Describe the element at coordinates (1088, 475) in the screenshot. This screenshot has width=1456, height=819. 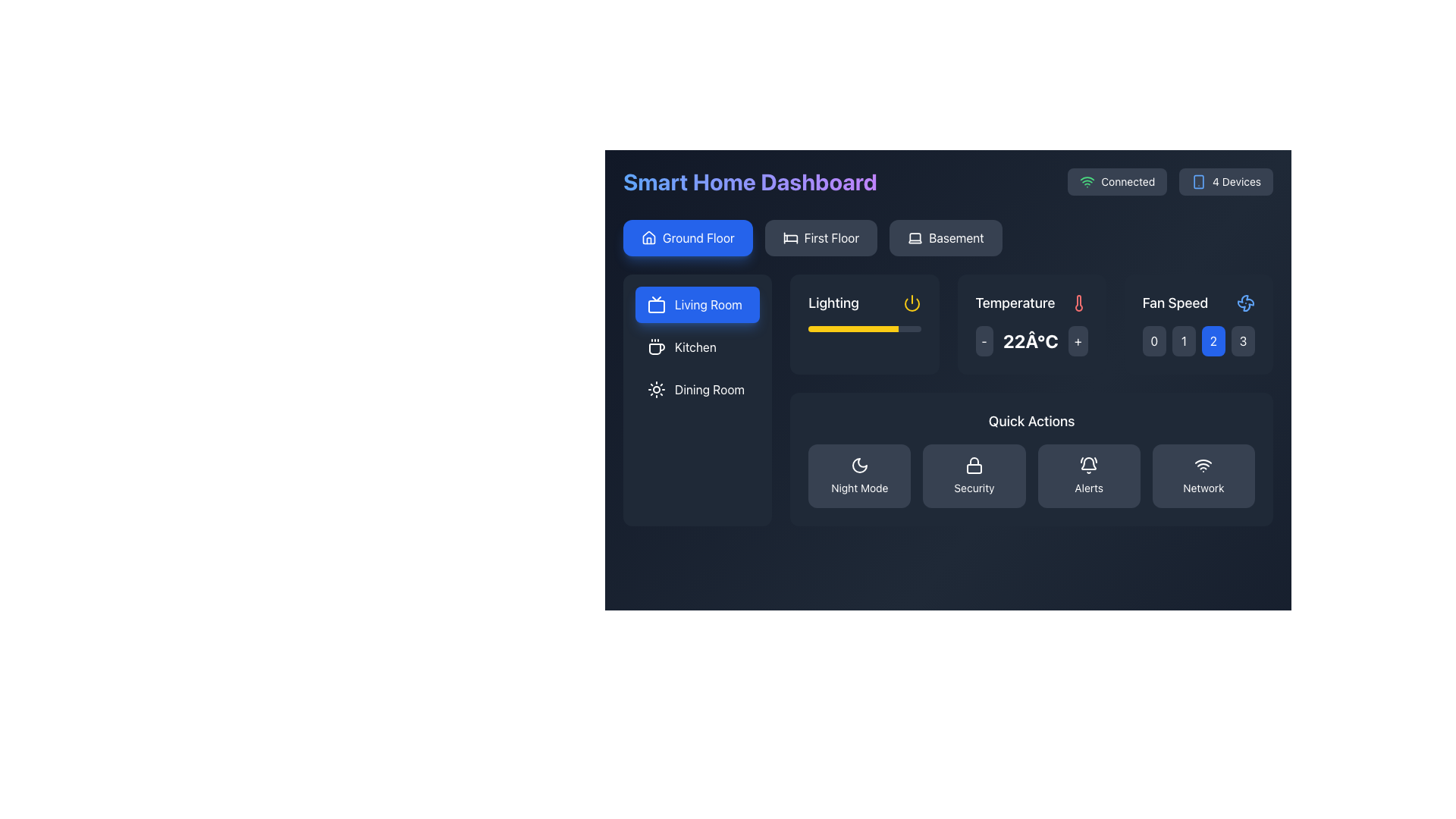
I see `the 'Alerts' button` at that location.